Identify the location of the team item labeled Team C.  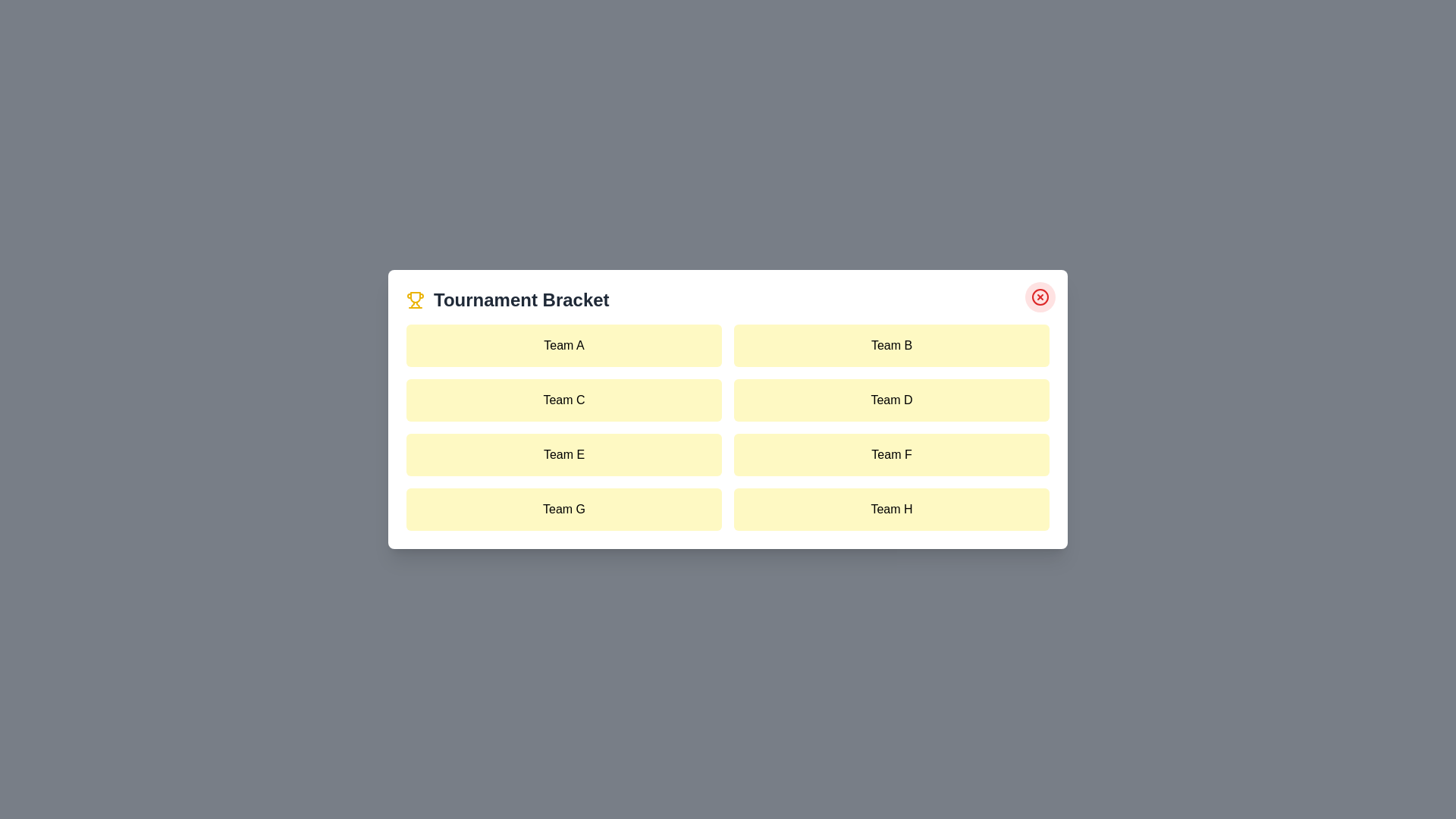
(563, 400).